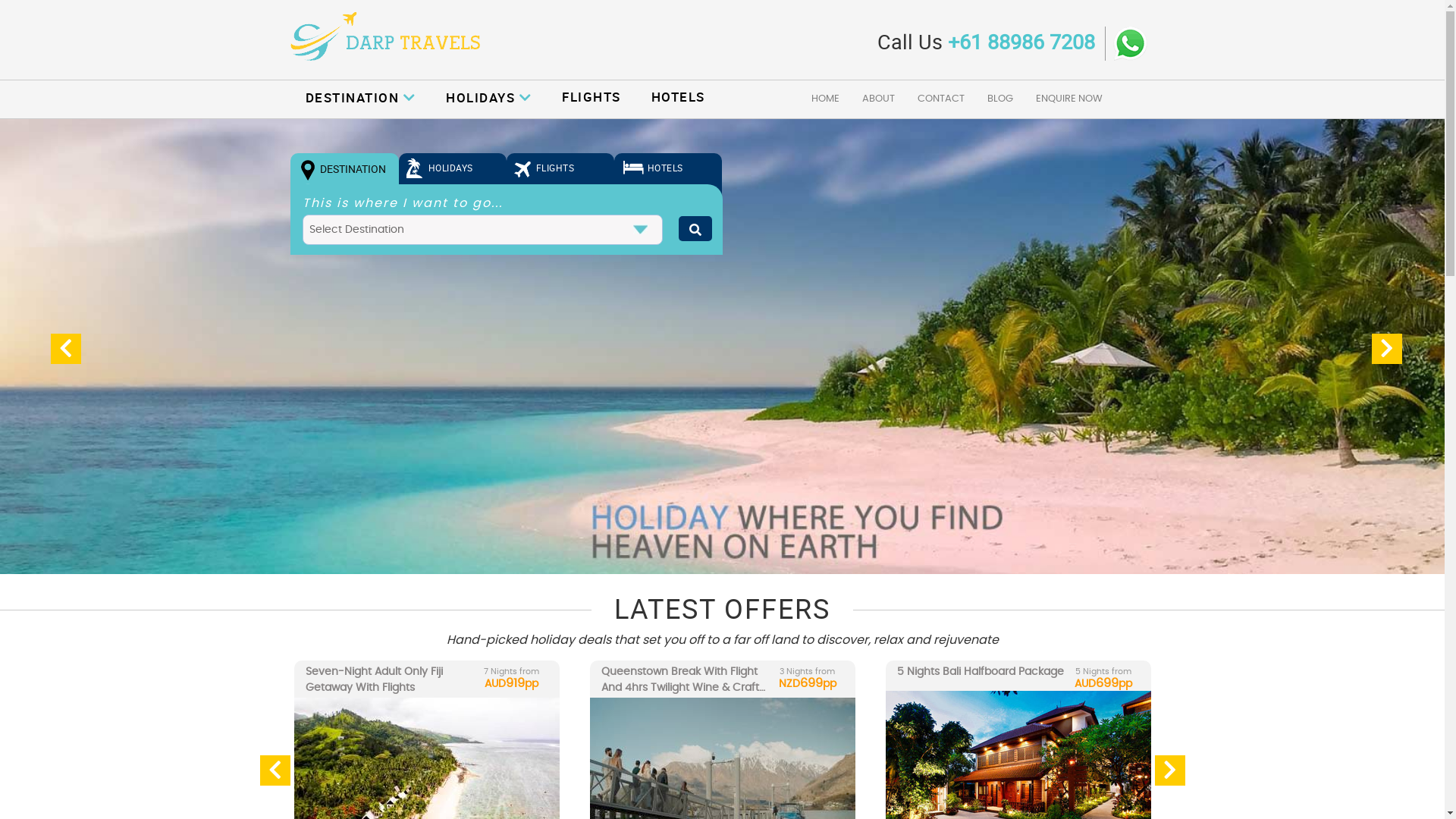  Describe the element at coordinates (359, 97) in the screenshot. I see `'DESTINATION'` at that location.